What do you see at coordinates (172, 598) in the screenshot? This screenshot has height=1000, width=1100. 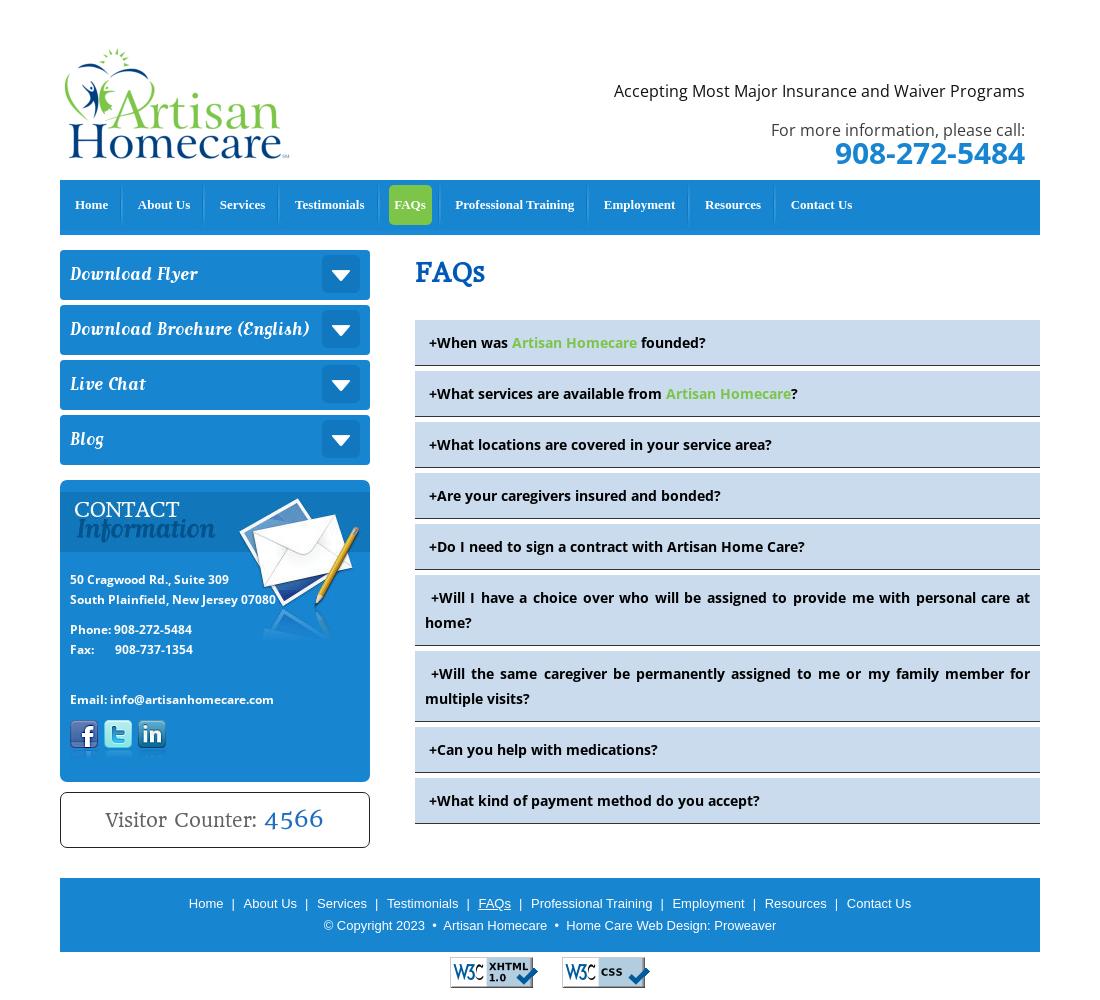 I see `'South Plainfield, New Jersey 07080'` at bounding box center [172, 598].